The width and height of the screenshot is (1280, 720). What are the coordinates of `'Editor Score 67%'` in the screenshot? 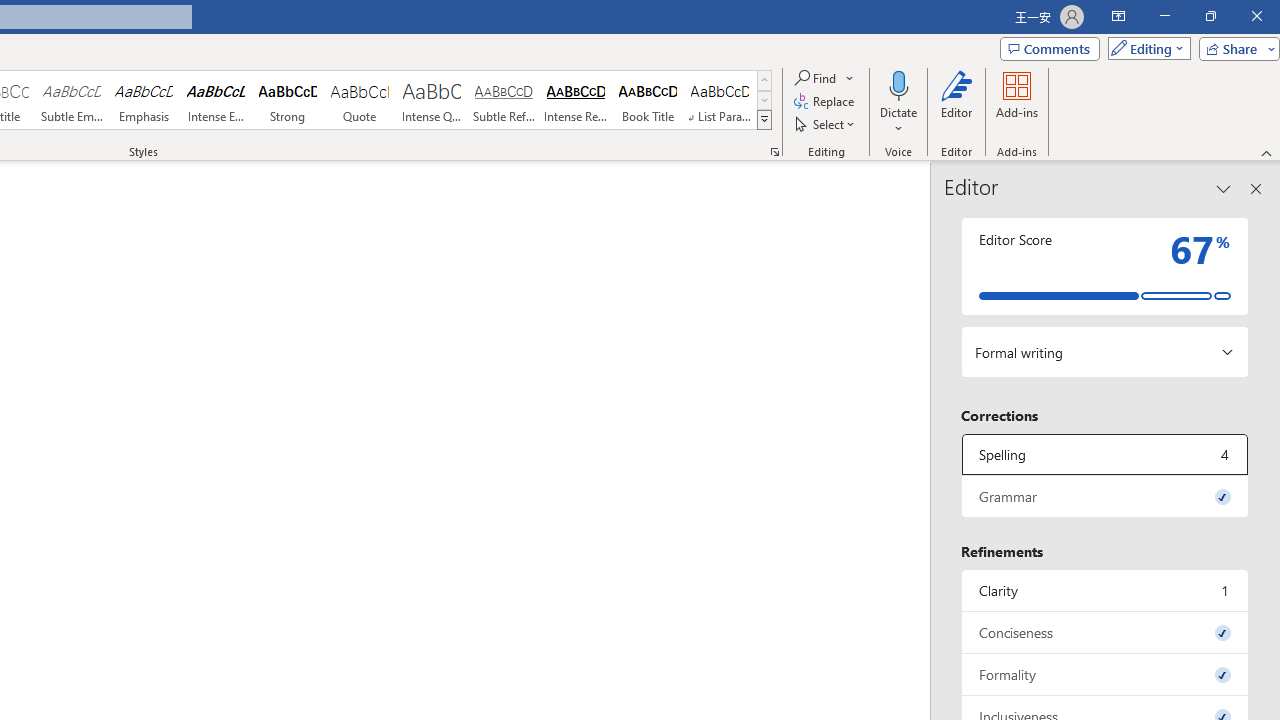 It's located at (1104, 265).